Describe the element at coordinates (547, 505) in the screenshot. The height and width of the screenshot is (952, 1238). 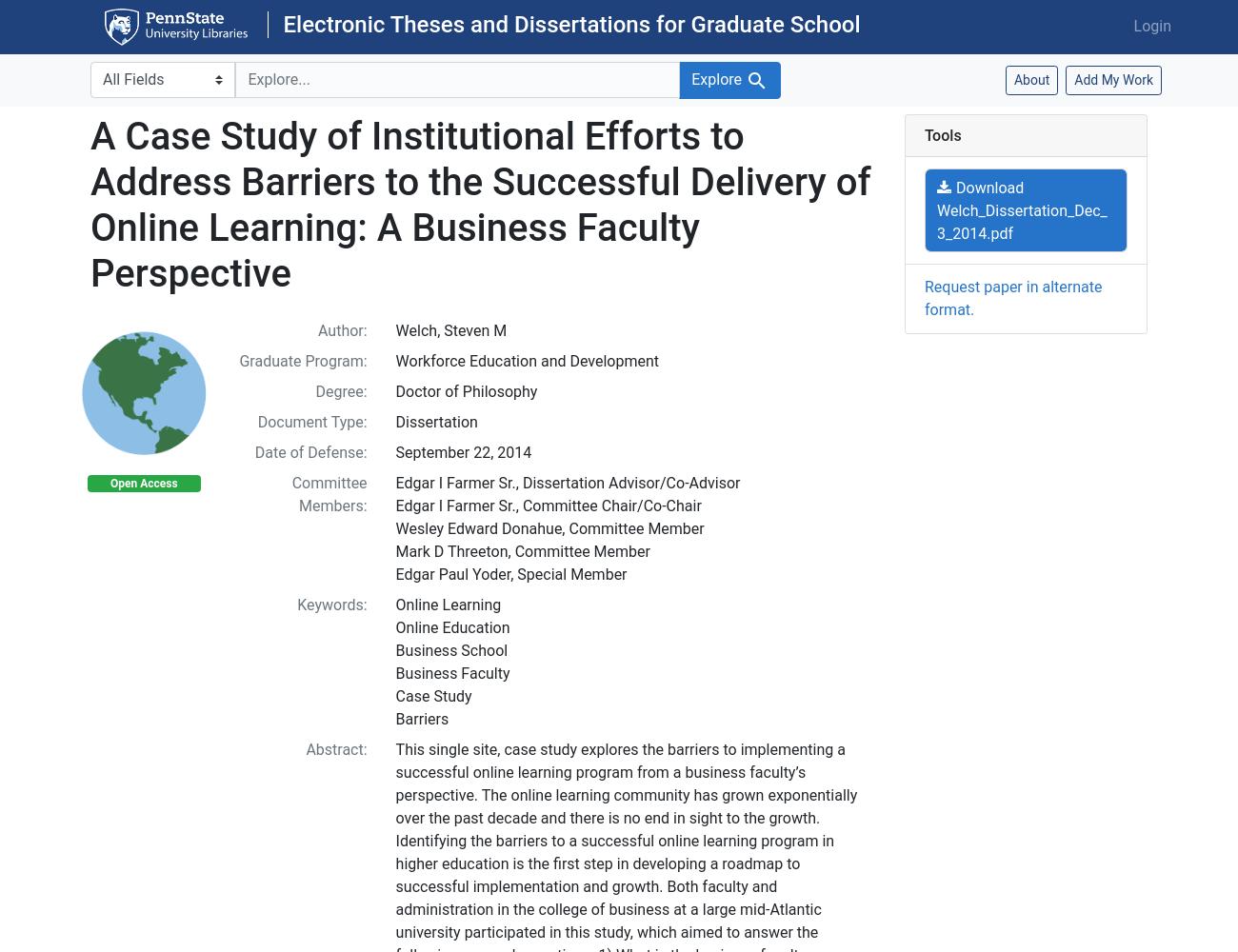
I see `'Edgar I Farmer Sr., Committee Chair/Co-Chair'` at that location.